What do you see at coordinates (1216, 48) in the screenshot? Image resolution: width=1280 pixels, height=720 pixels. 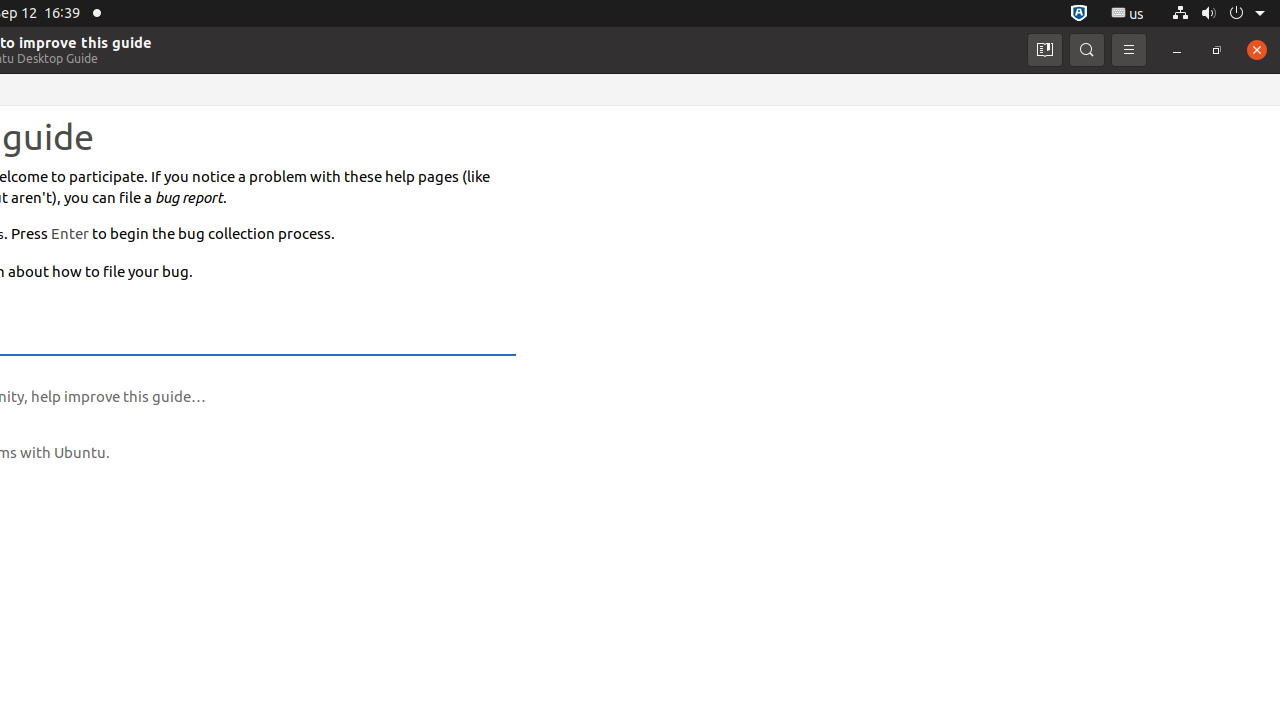 I see `'Restore'` at bounding box center [1216, 48].